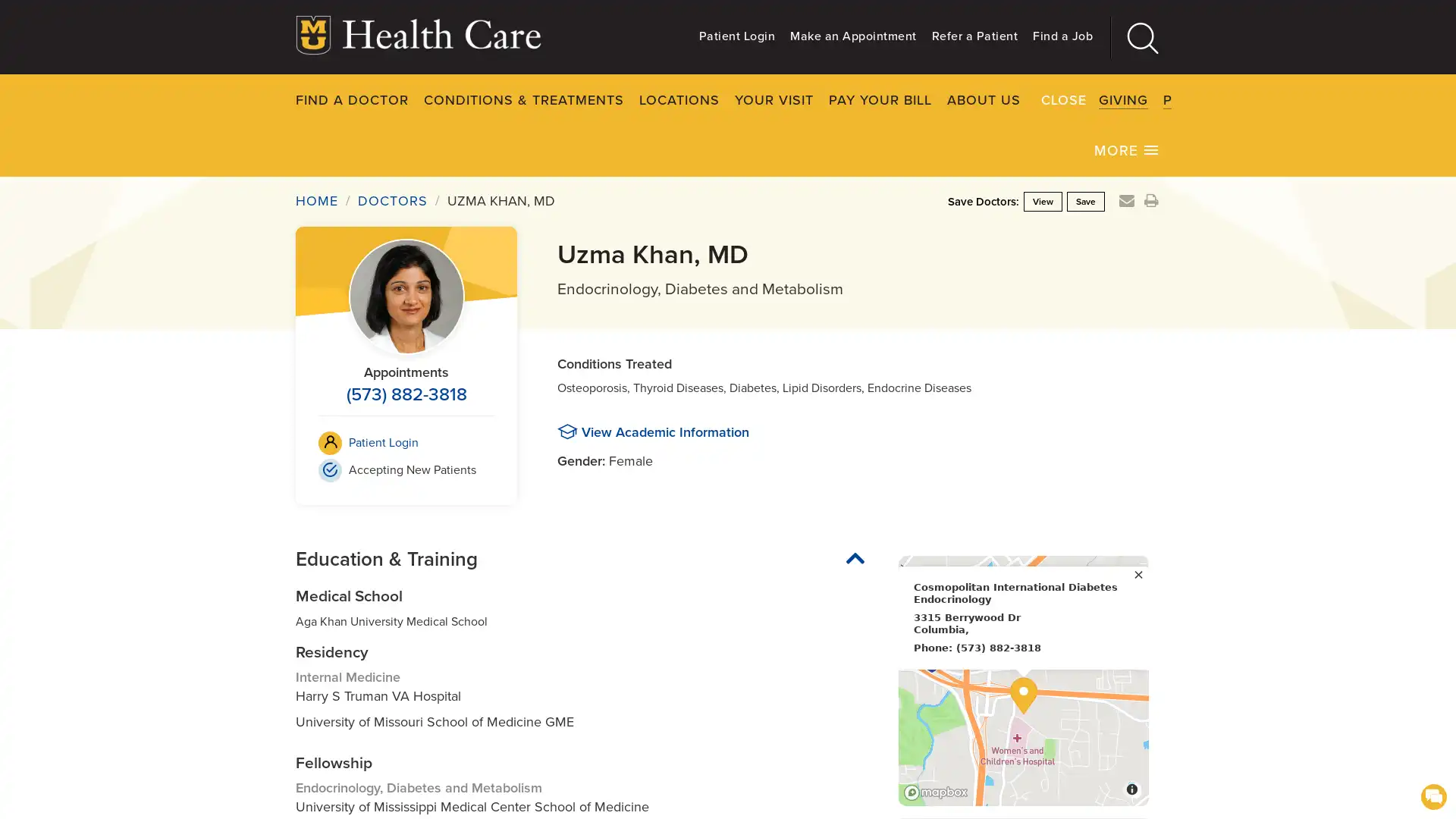 Image resolution: width=1456 pixels, height=819 pixels. Describe the element at coordinates (1138, 573) in the screenshot. I see `Close popup` at that location.